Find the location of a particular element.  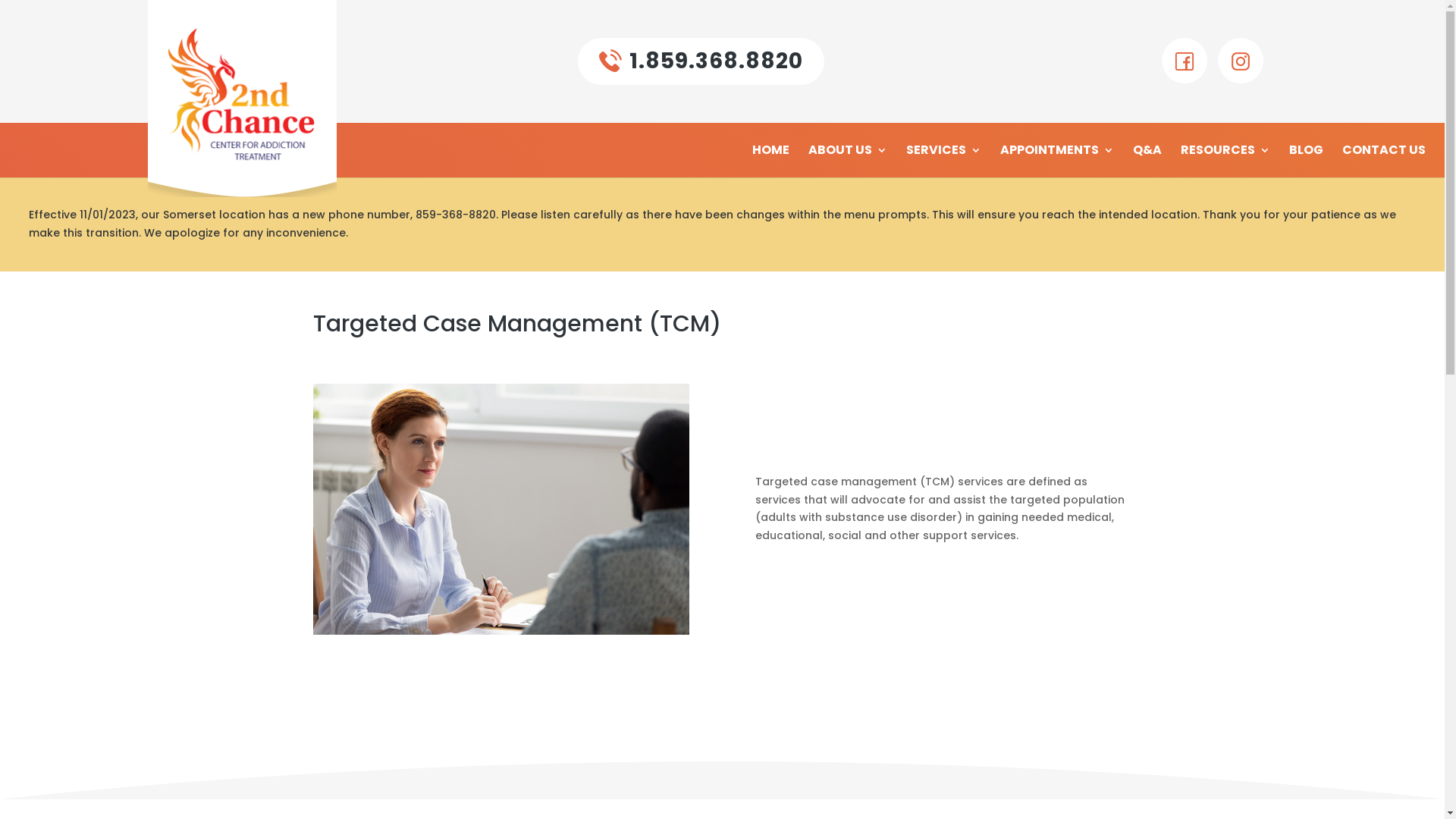

'HOME' is located at coordinates (770, 161).